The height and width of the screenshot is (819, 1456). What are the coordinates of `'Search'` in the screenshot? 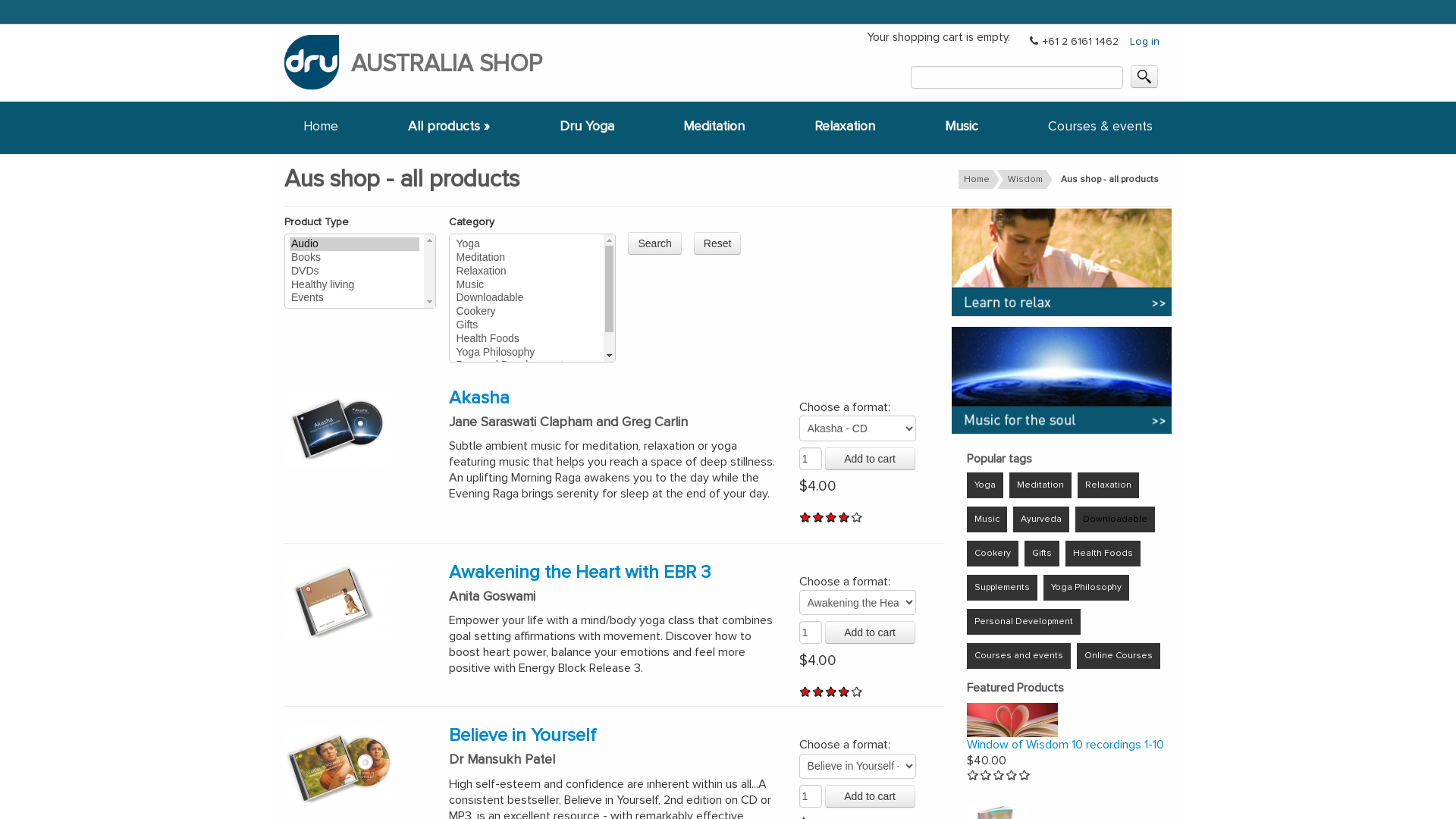 It's located at (628, 242).